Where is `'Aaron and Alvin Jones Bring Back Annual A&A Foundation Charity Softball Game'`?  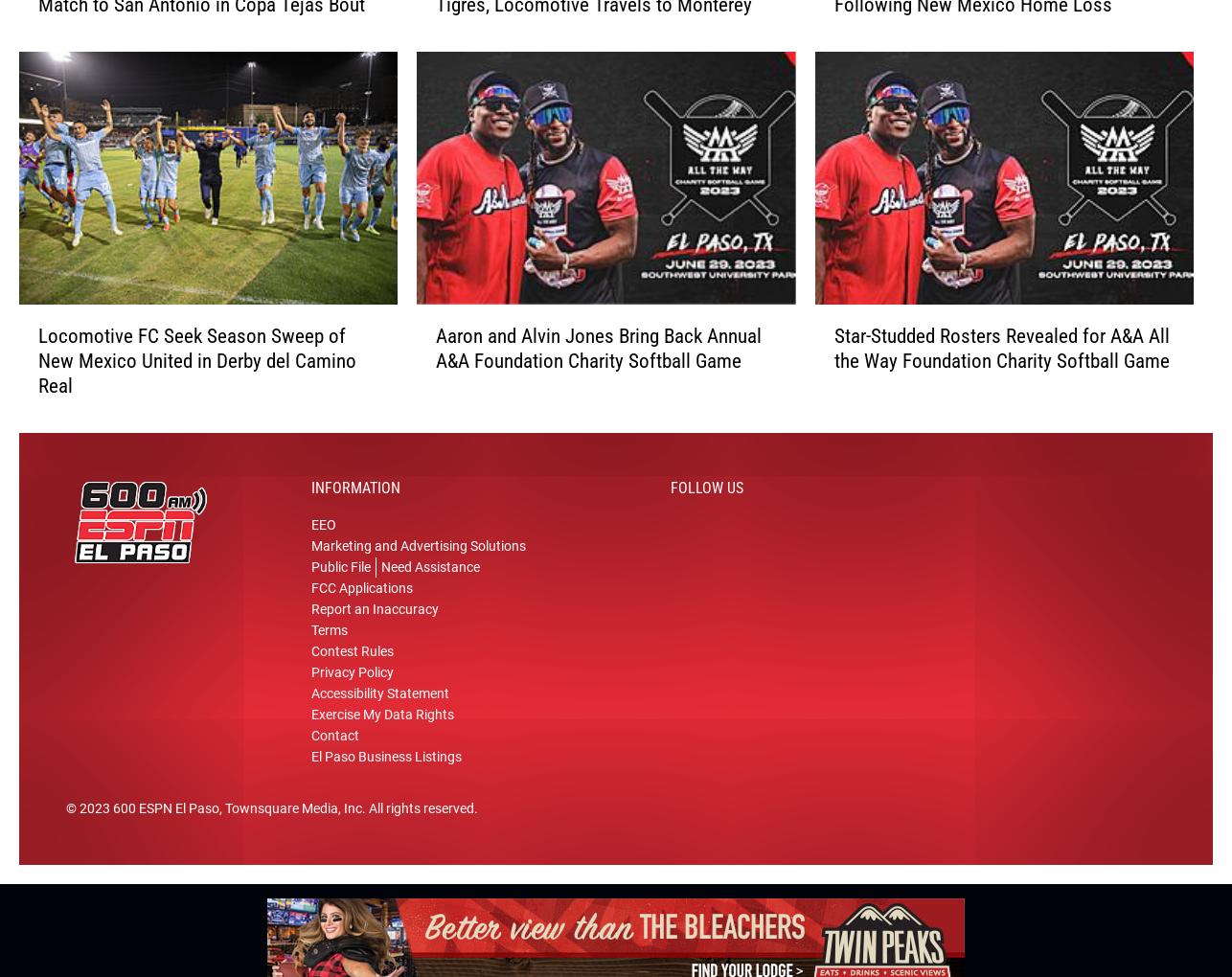
'Aaron and Alvin Jones Bring Back Annual A&A Foundation Charity Softball Game' is located at coordinates (597, 354).